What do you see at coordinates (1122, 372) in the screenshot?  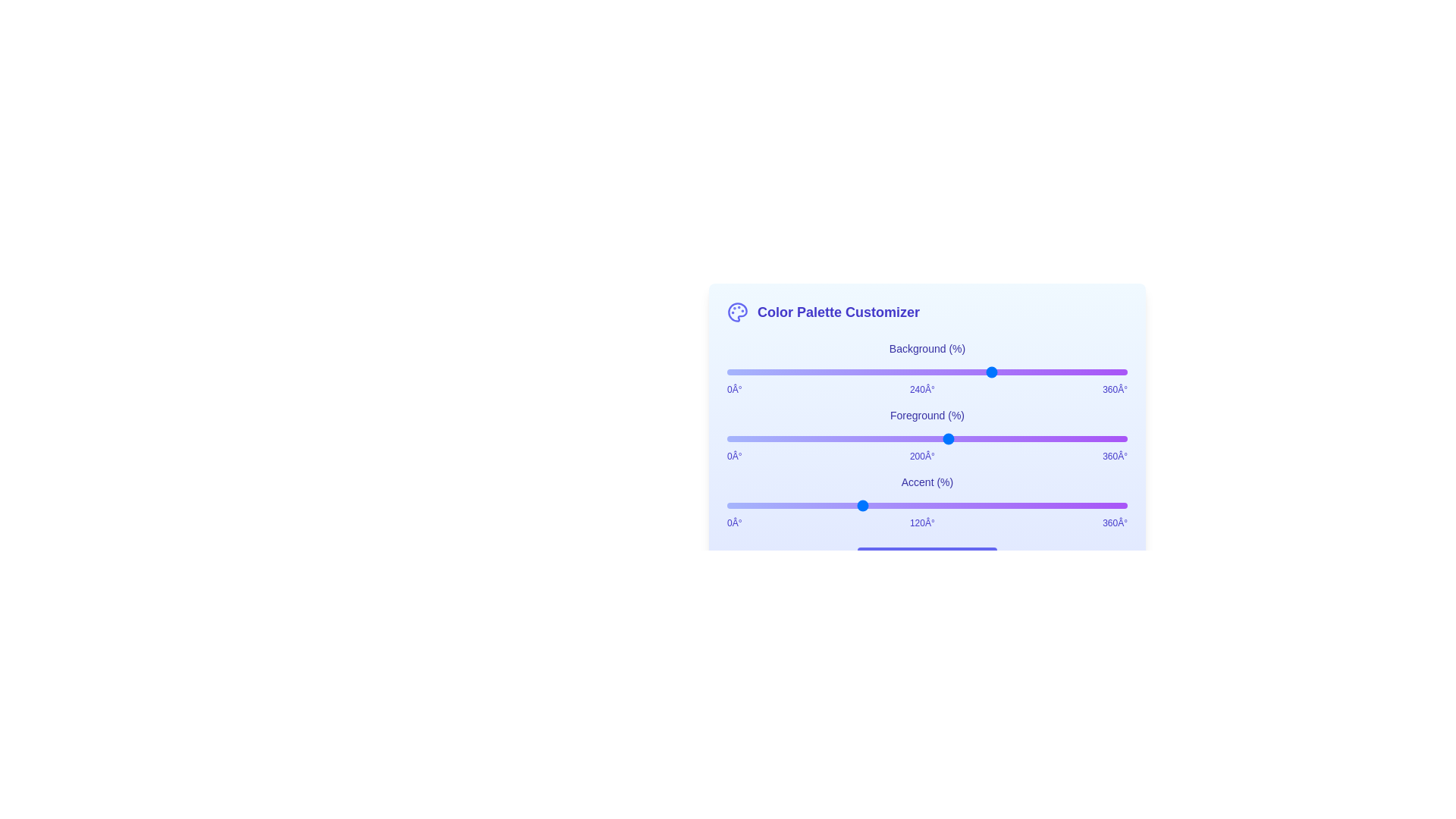 I see `the background color slider to set the hue to 355 degrees` at bounding box center [1122, 372].